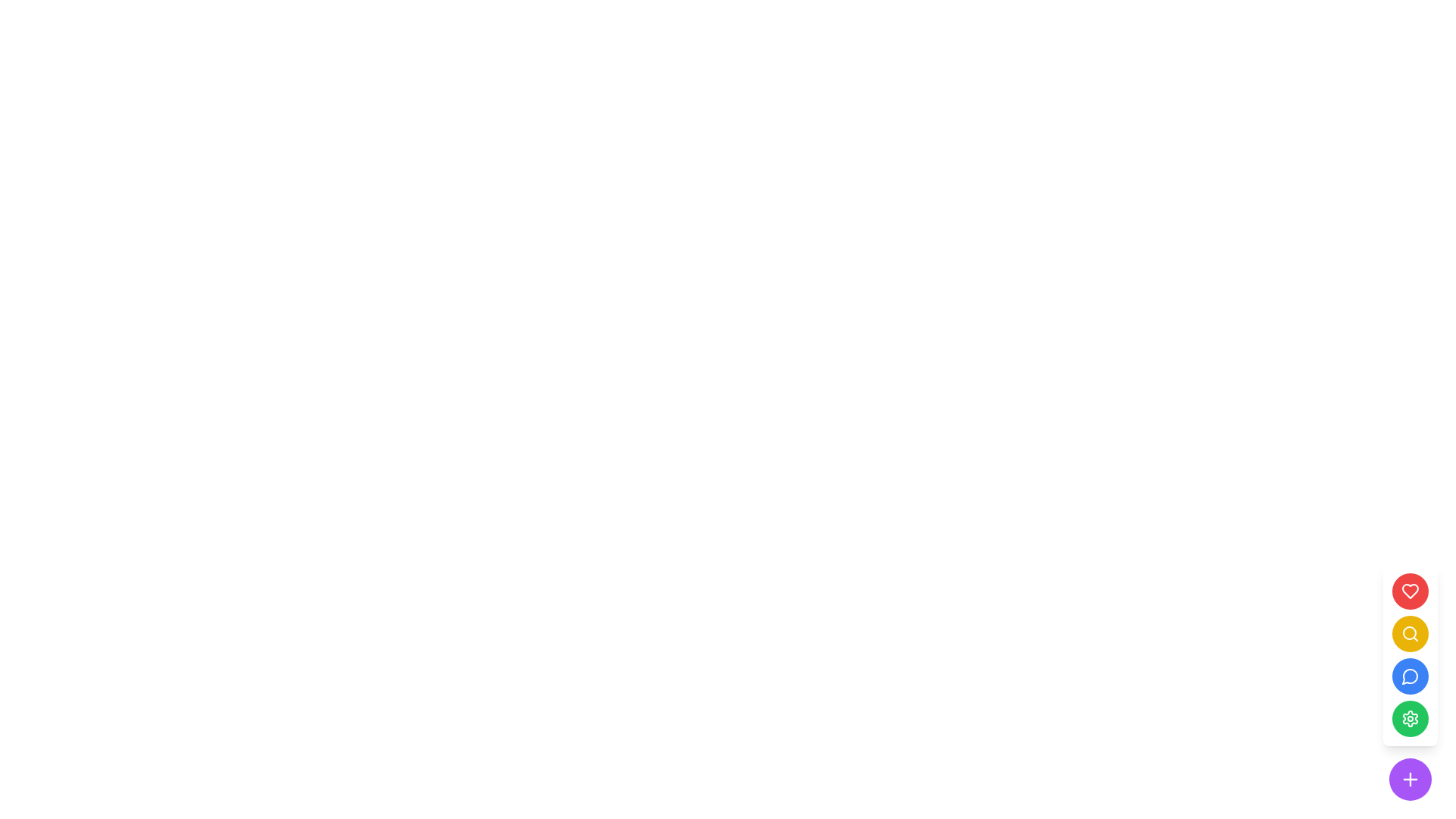 Image resolution: width=1456 pixels, height=819 pixels. What do you see at coordinates (1408, 632) in the screenshot?
I see `the circular graphical element within the SVG search icon, which is the inner part of the magnifying glass and is the second button from the top` at bounding box center [1408, 632].